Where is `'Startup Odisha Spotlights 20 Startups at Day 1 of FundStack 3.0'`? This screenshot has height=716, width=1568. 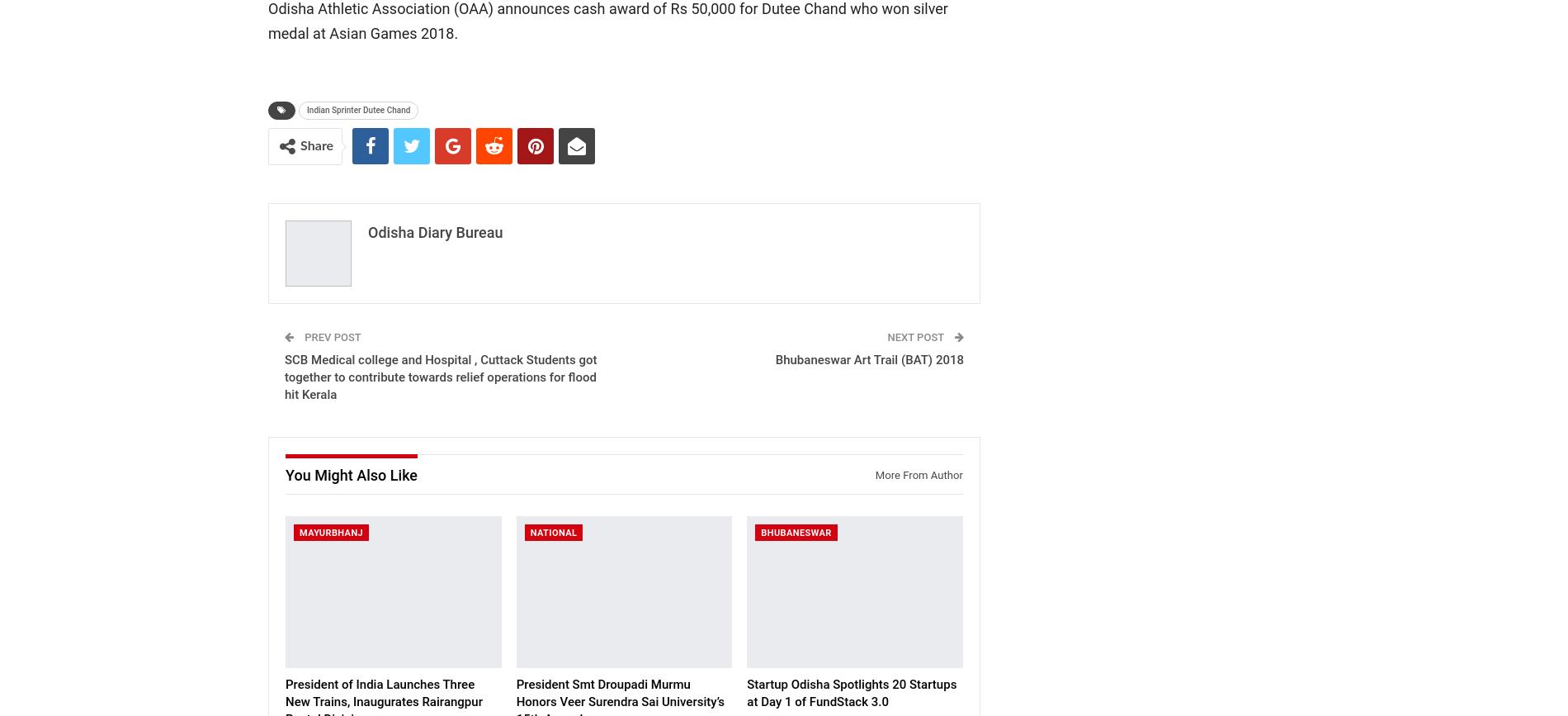
'Startup Odisha Spotlights 20 Startups at Day 1 of FundStack 3.0' is located at coordinates (745, 691).